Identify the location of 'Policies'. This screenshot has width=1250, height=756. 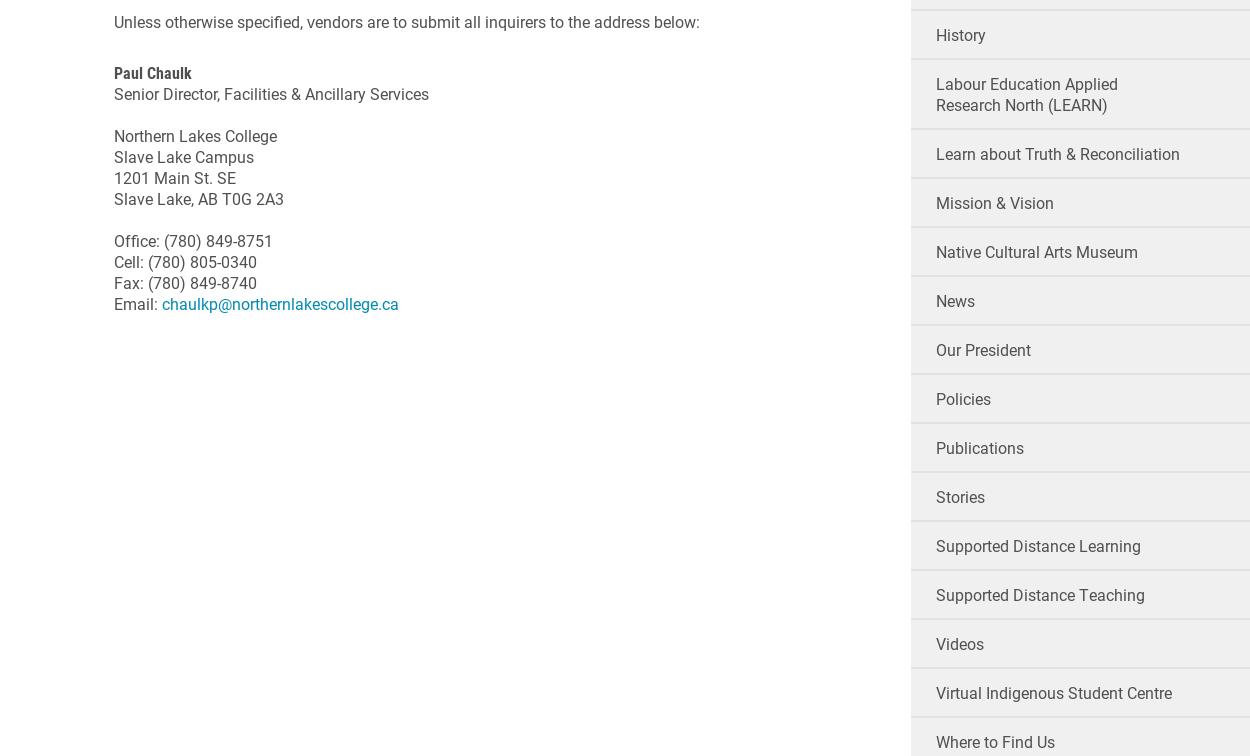
(935, 398).